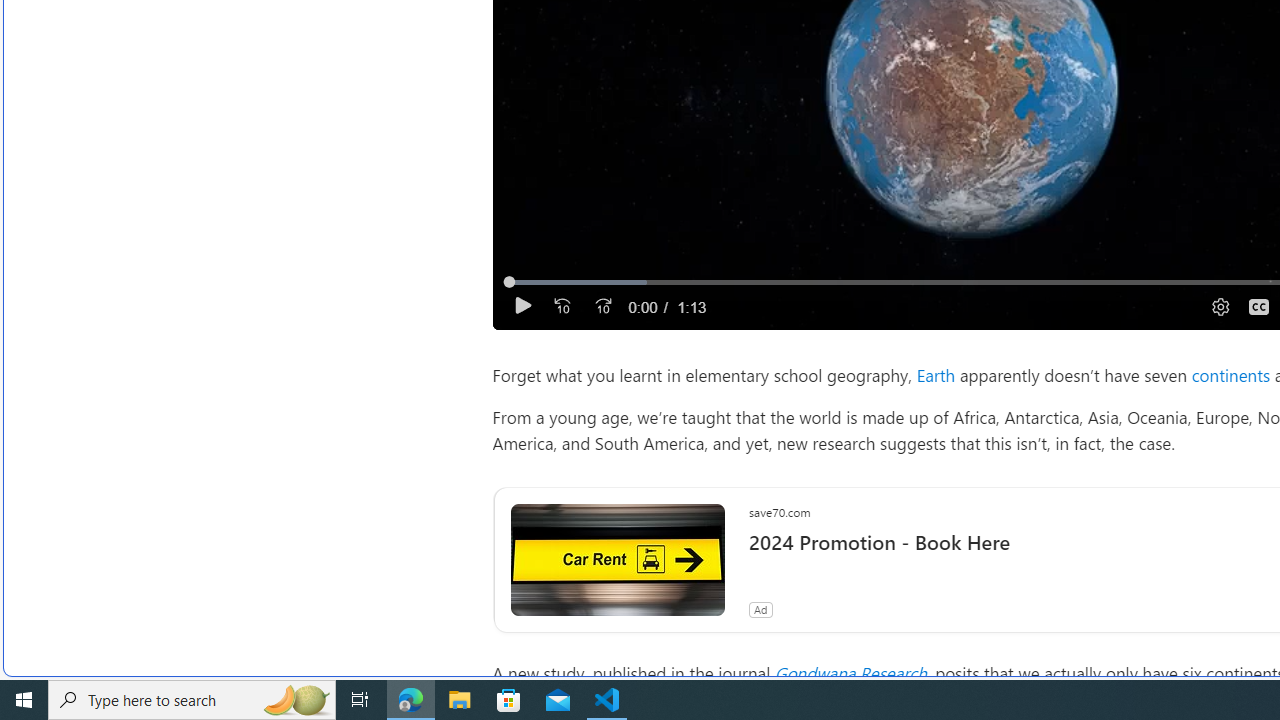 Image resolution: width=1280 pixels, height=720 pixels. Describe the element at coordinates (935, 374) in the screenshot. I see `'Earth'` at that location.